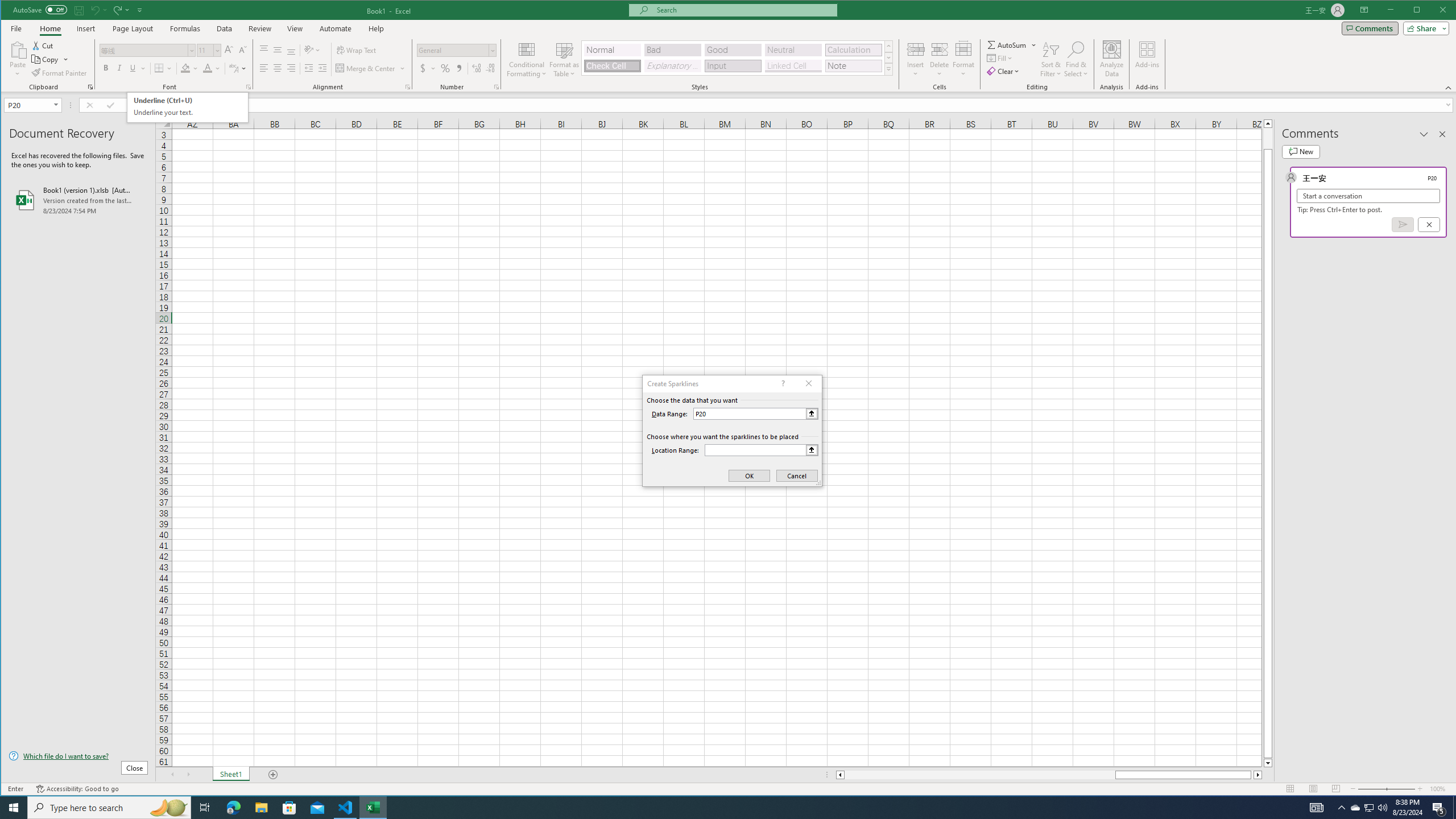 The height and width of the screenshot is (819, 1456). Describe the element at coordinates (427, 68) in the screenshot. I see `'Accounting Number Format'` at that location.